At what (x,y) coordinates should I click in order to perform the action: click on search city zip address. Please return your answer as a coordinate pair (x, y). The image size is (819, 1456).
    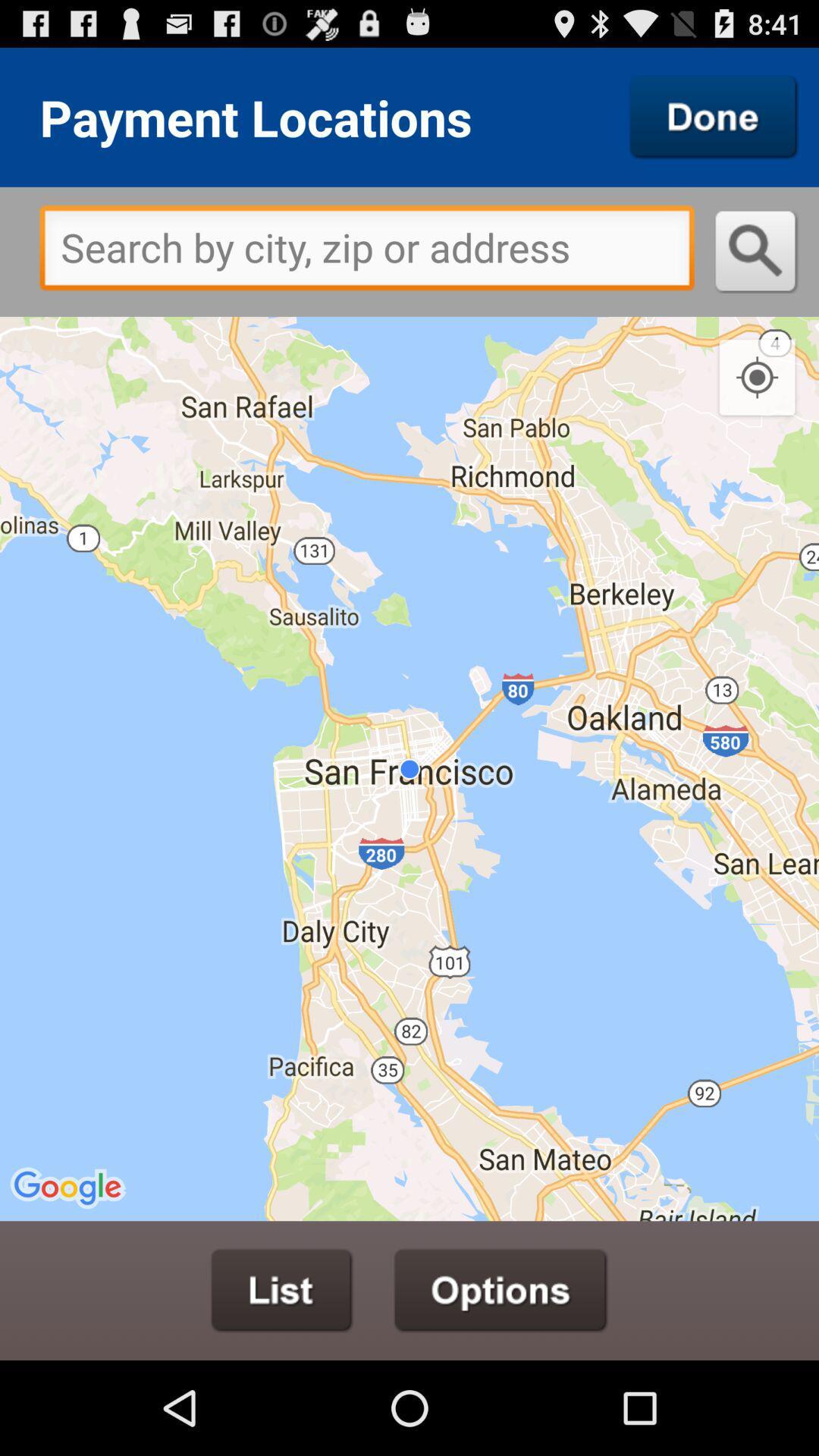
    Looking at the image, I should click on (367, 252).